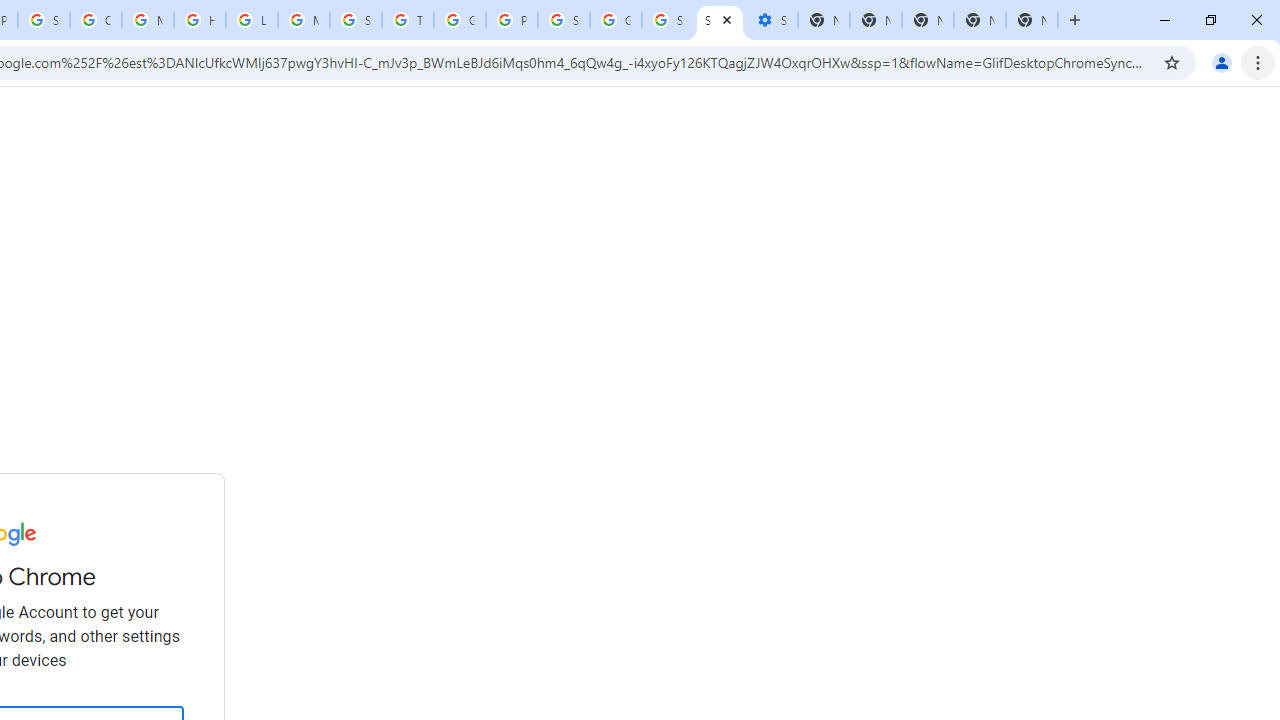 The height and width of the screenshot is (720, 1280). What do you see at coordinates (459, 20) in the screenshot?
I see `'Google Ads - Sign in'` at bounding box center [459, 20].